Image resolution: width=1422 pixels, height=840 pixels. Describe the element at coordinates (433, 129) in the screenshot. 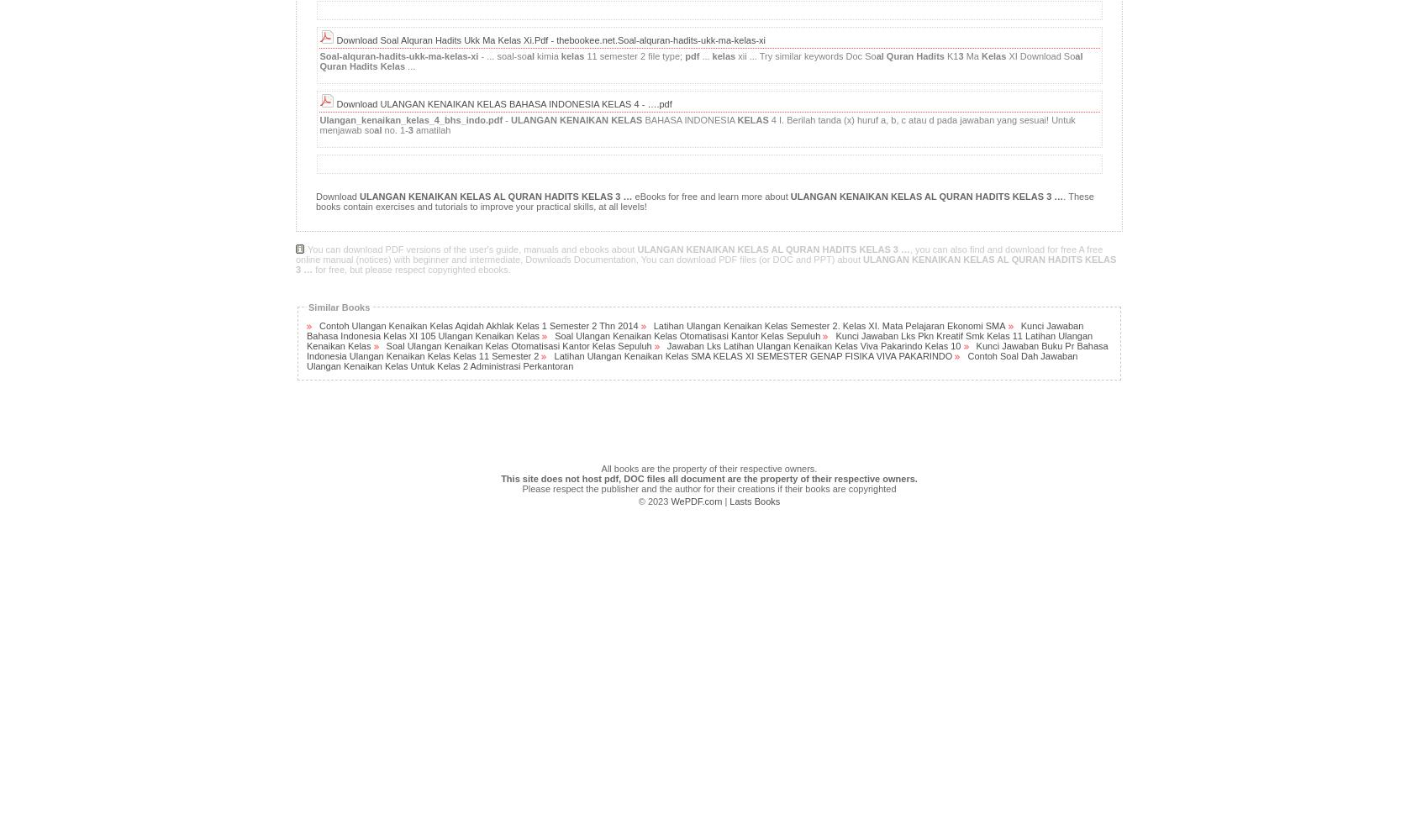

I see `'amatilah'` at that location.